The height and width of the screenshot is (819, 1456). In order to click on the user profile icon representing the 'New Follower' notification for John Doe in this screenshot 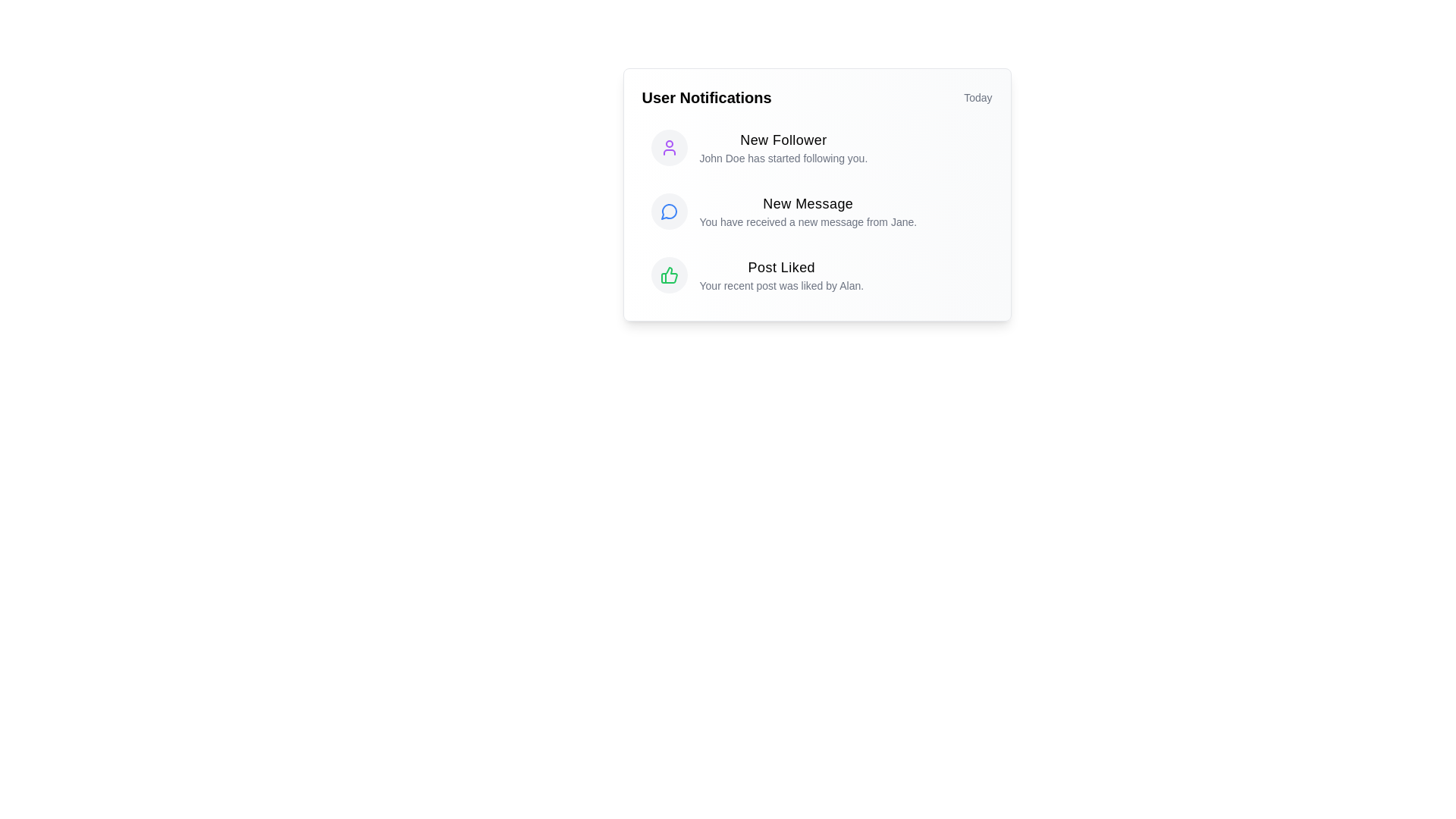, I will do `click(668, 148)`.